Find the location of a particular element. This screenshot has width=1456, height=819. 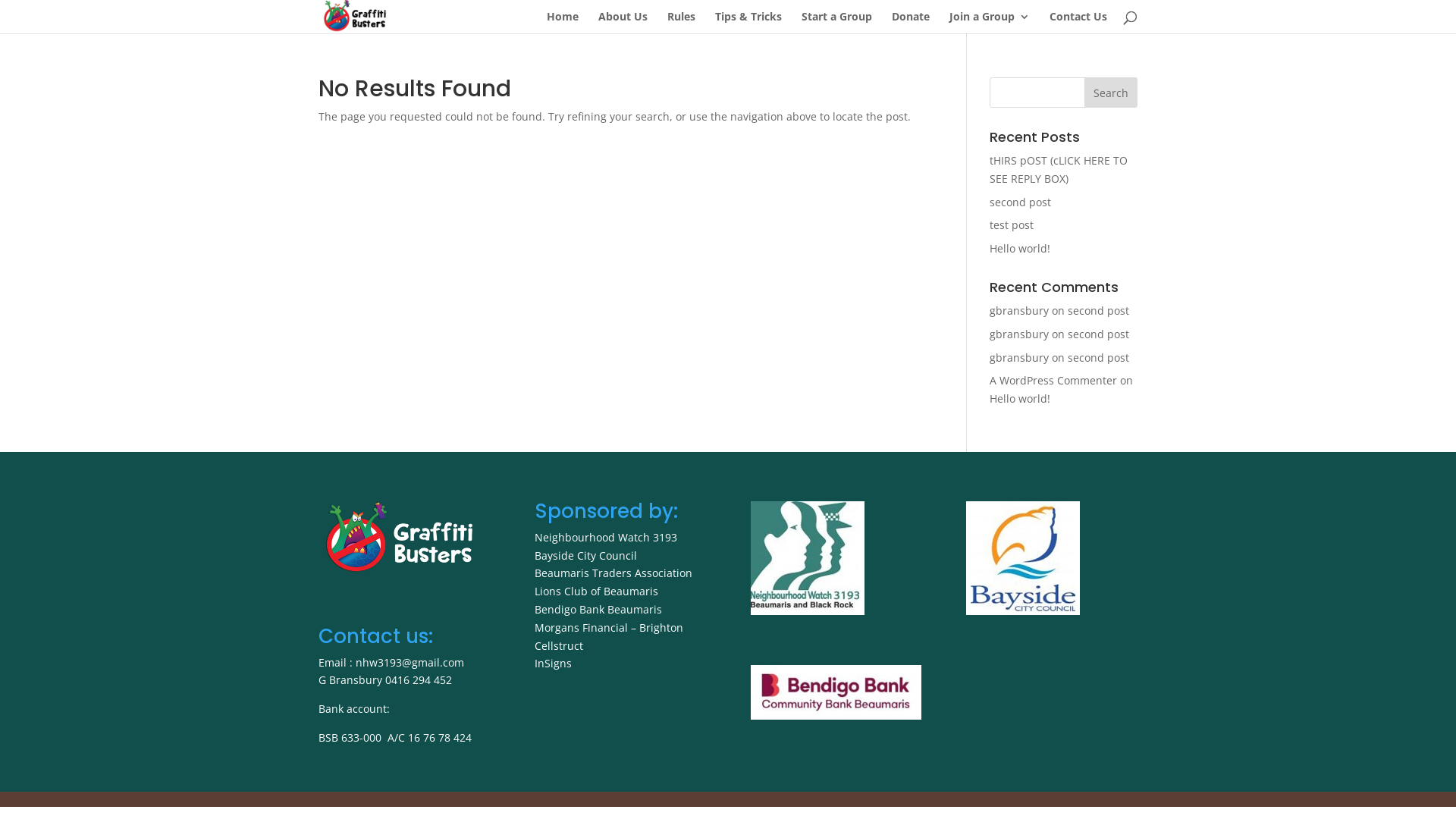

'second post' is located at coordinates (1098, 309).